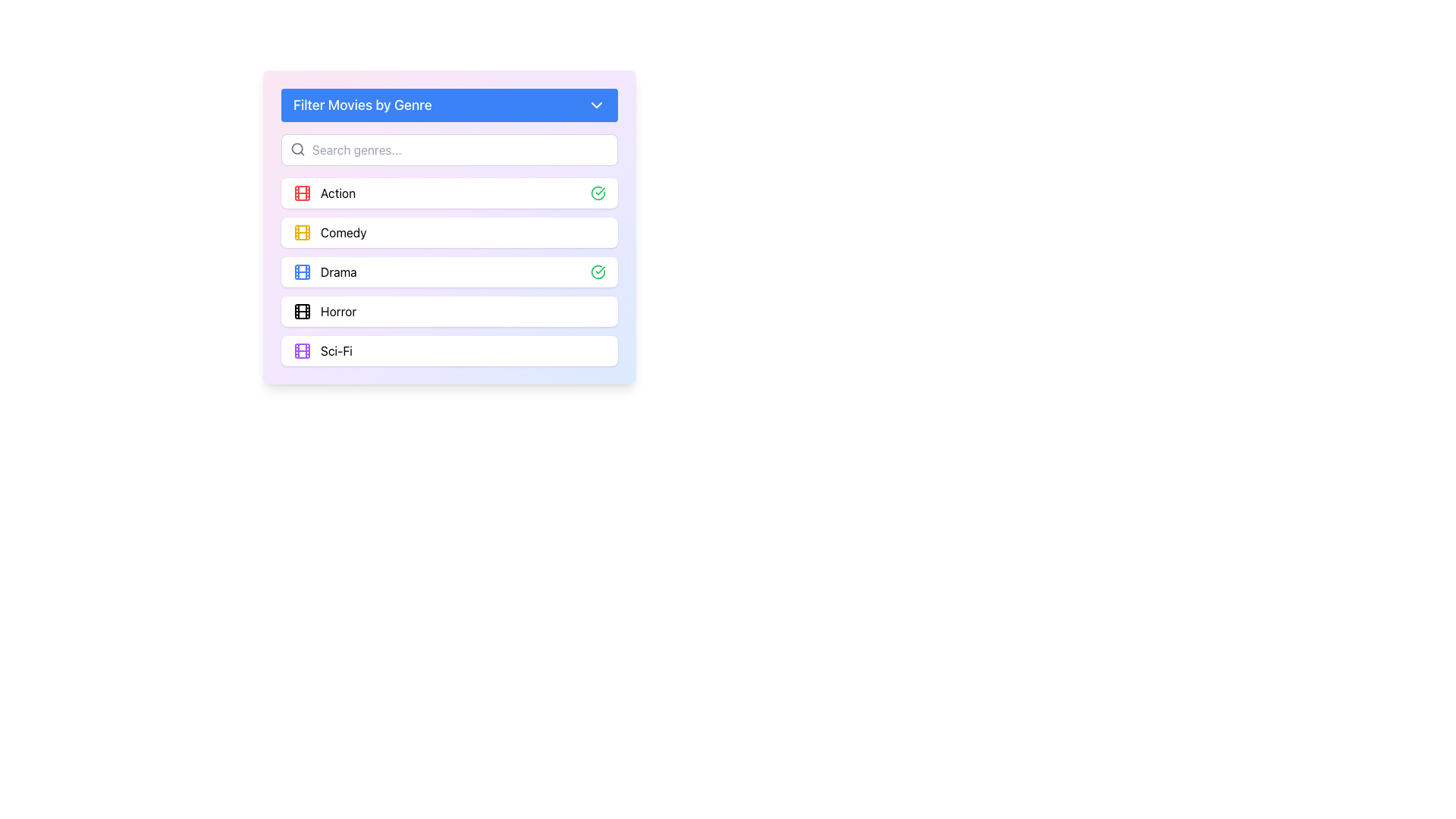  What do you see at coordinates (302, 311) in the screenshot?
I see `the small rectangular shape with rounded corners within the movie reel icon on the 'Horror' genre row in the 'Filter Movies by Genre' interface` at bounding box center [302, 311].